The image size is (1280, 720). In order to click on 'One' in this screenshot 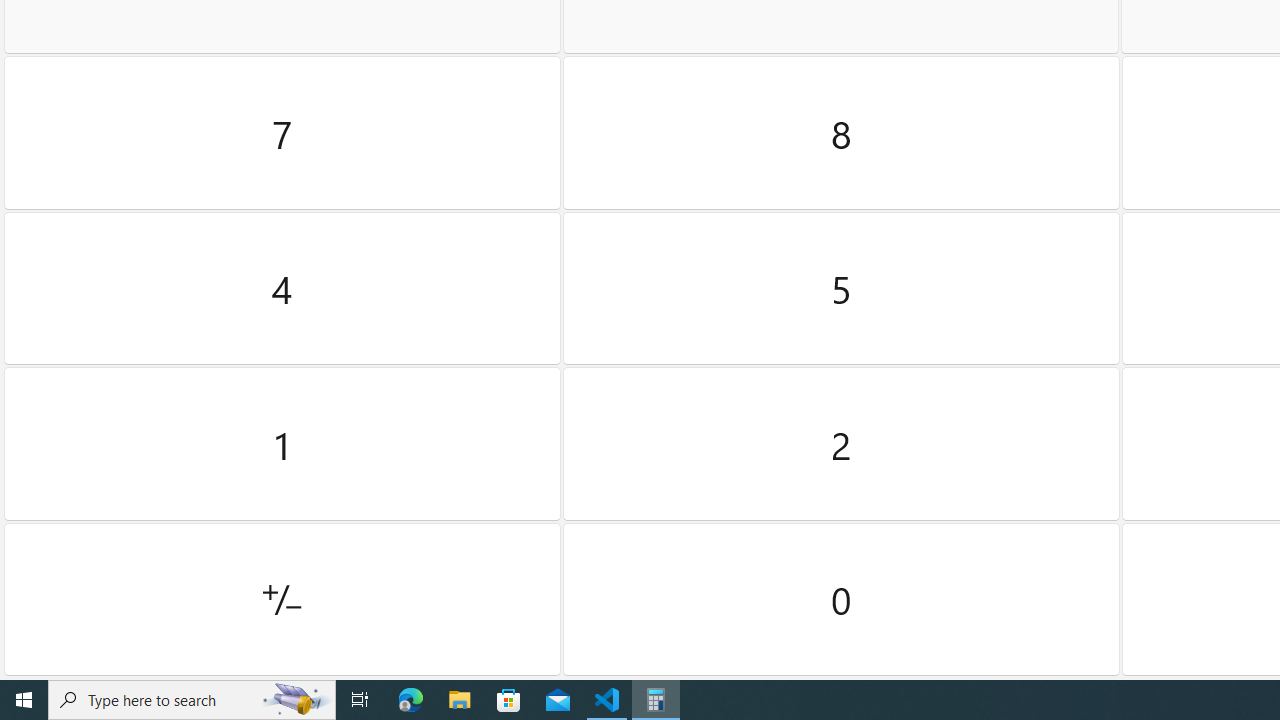, I will do `click(281, 443)`.